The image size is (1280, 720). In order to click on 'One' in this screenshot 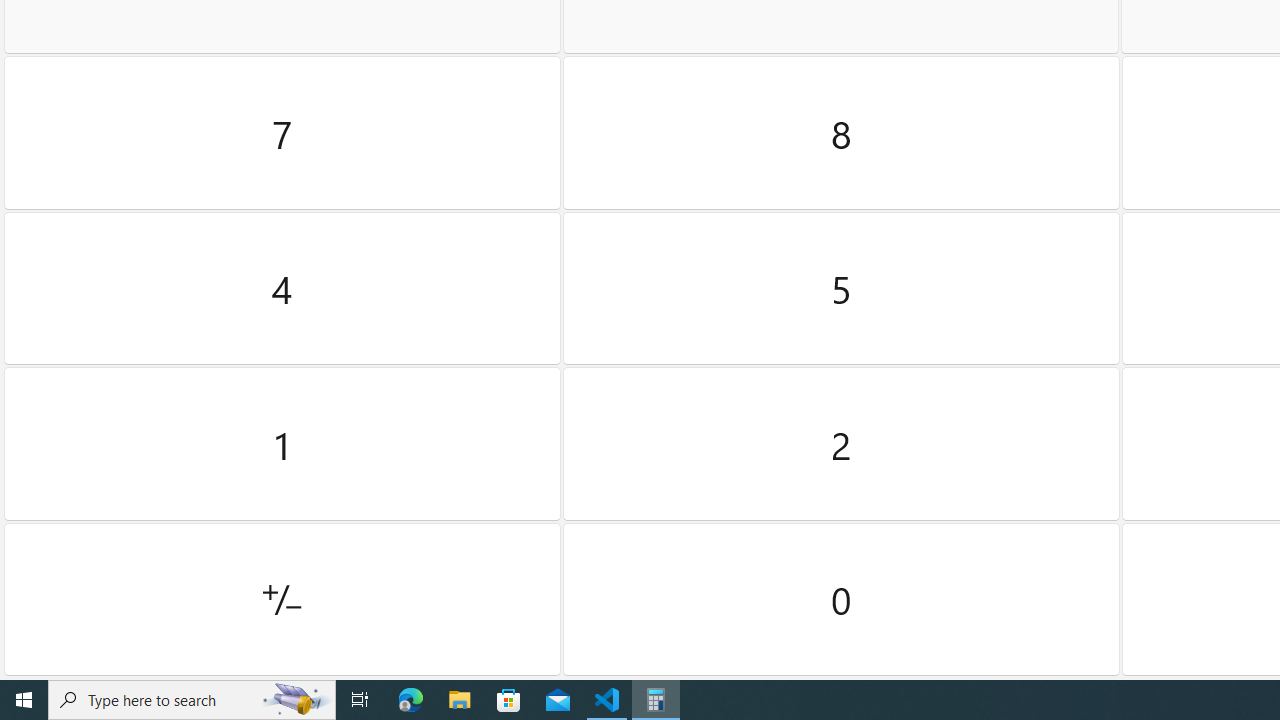, I will do `click(281, 443)`.